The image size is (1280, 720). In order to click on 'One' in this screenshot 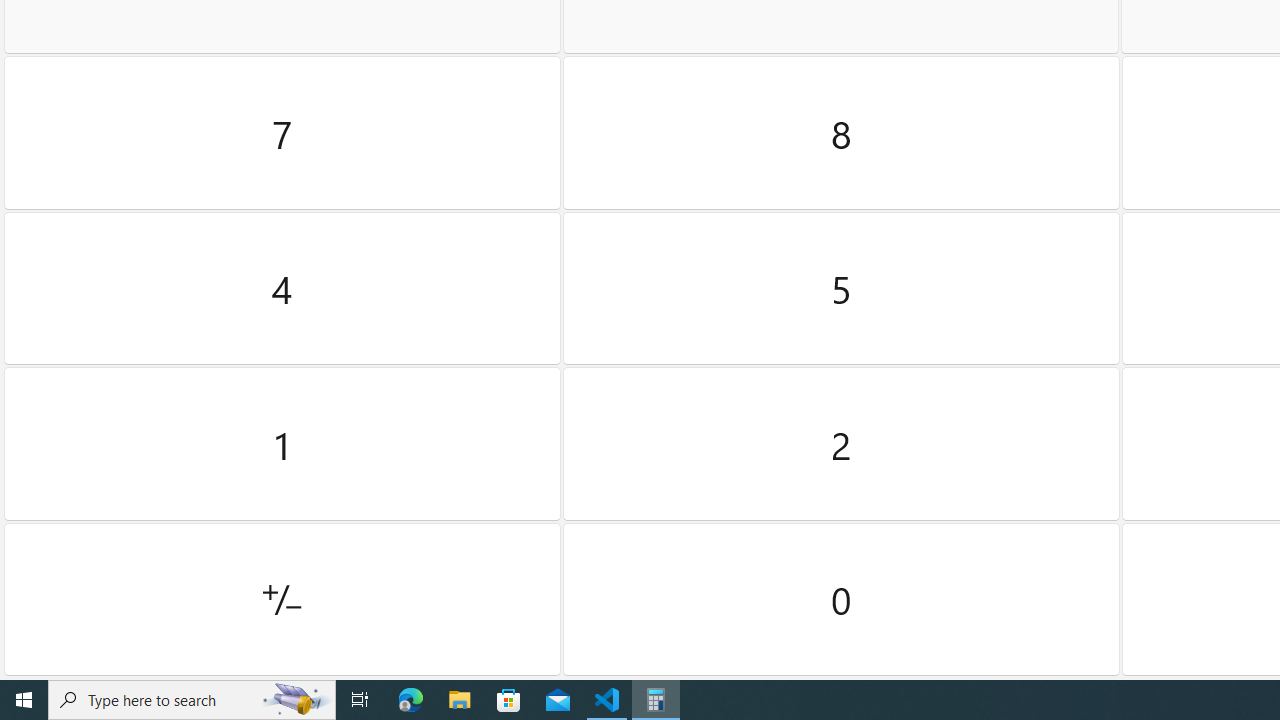, I will do `click(281, 443)`.